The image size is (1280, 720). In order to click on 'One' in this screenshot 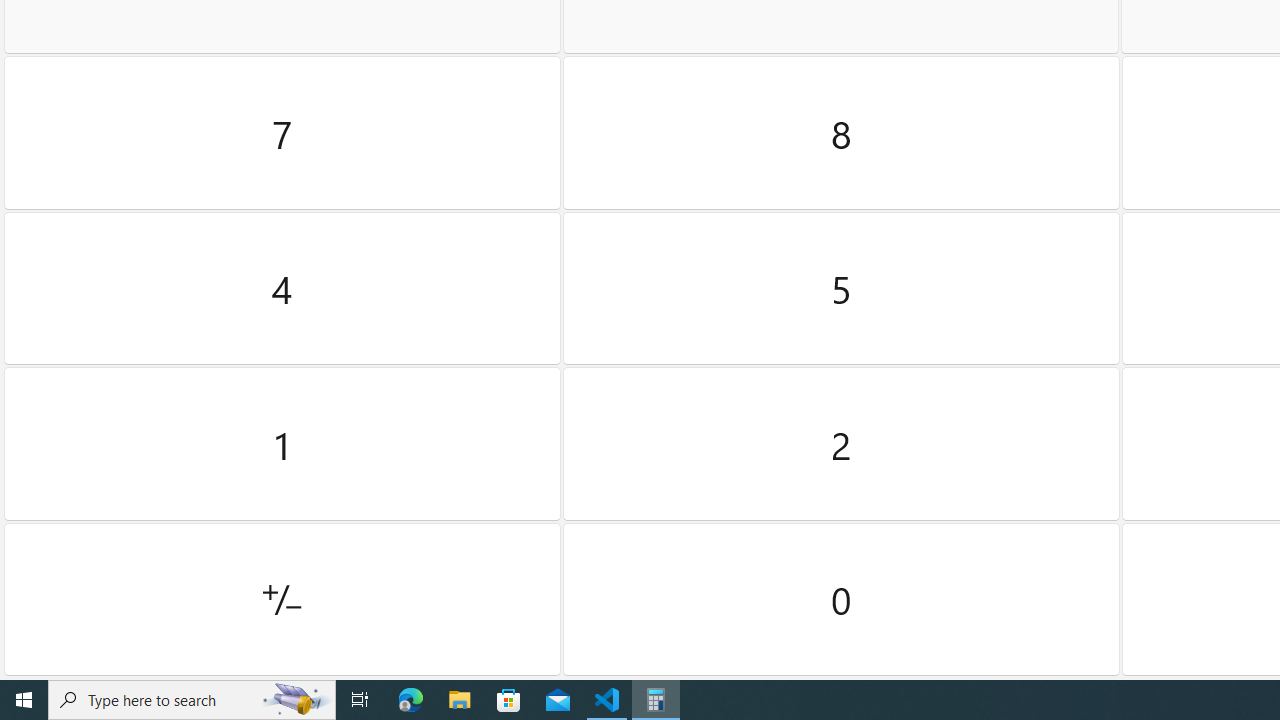, I will do `click(281, 443)`.